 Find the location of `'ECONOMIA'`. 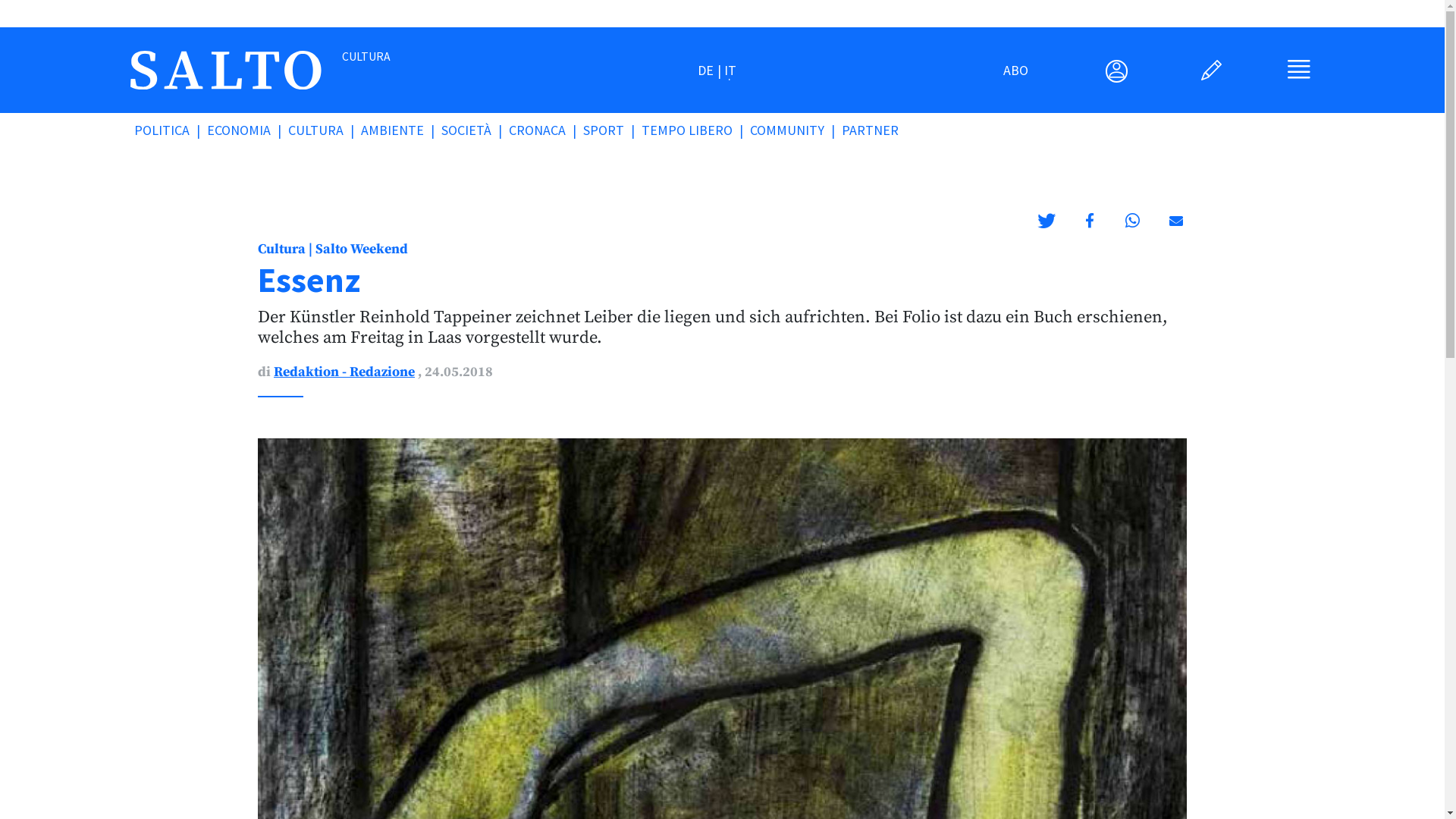

'ECONOMIA' is located at coordinates (206, 129).